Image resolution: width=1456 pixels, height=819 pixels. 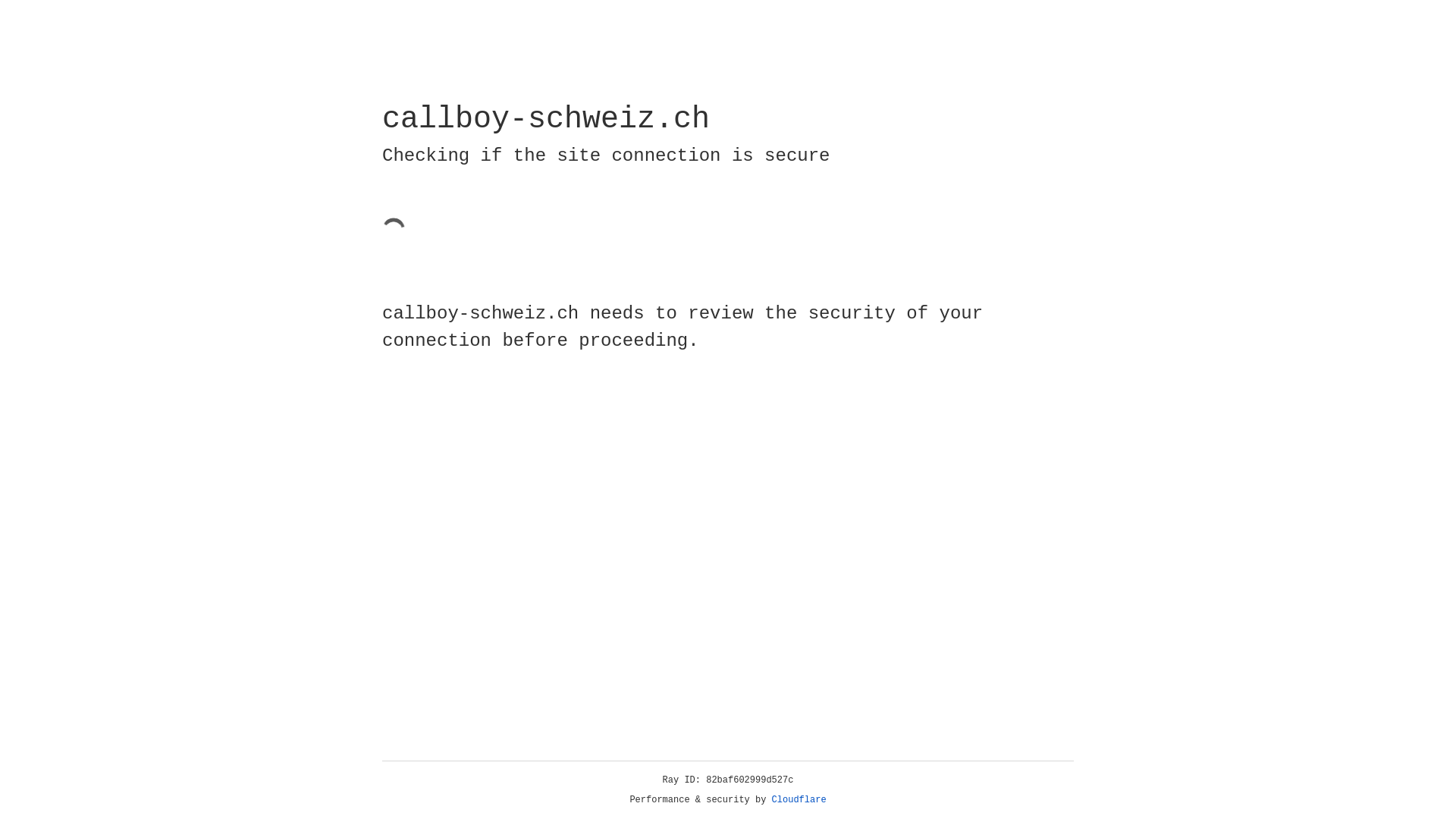 What do you see at coordinates (799, 799) in the screenshot?
I see `'Cloudflare'` at bounding box center [799, 799].